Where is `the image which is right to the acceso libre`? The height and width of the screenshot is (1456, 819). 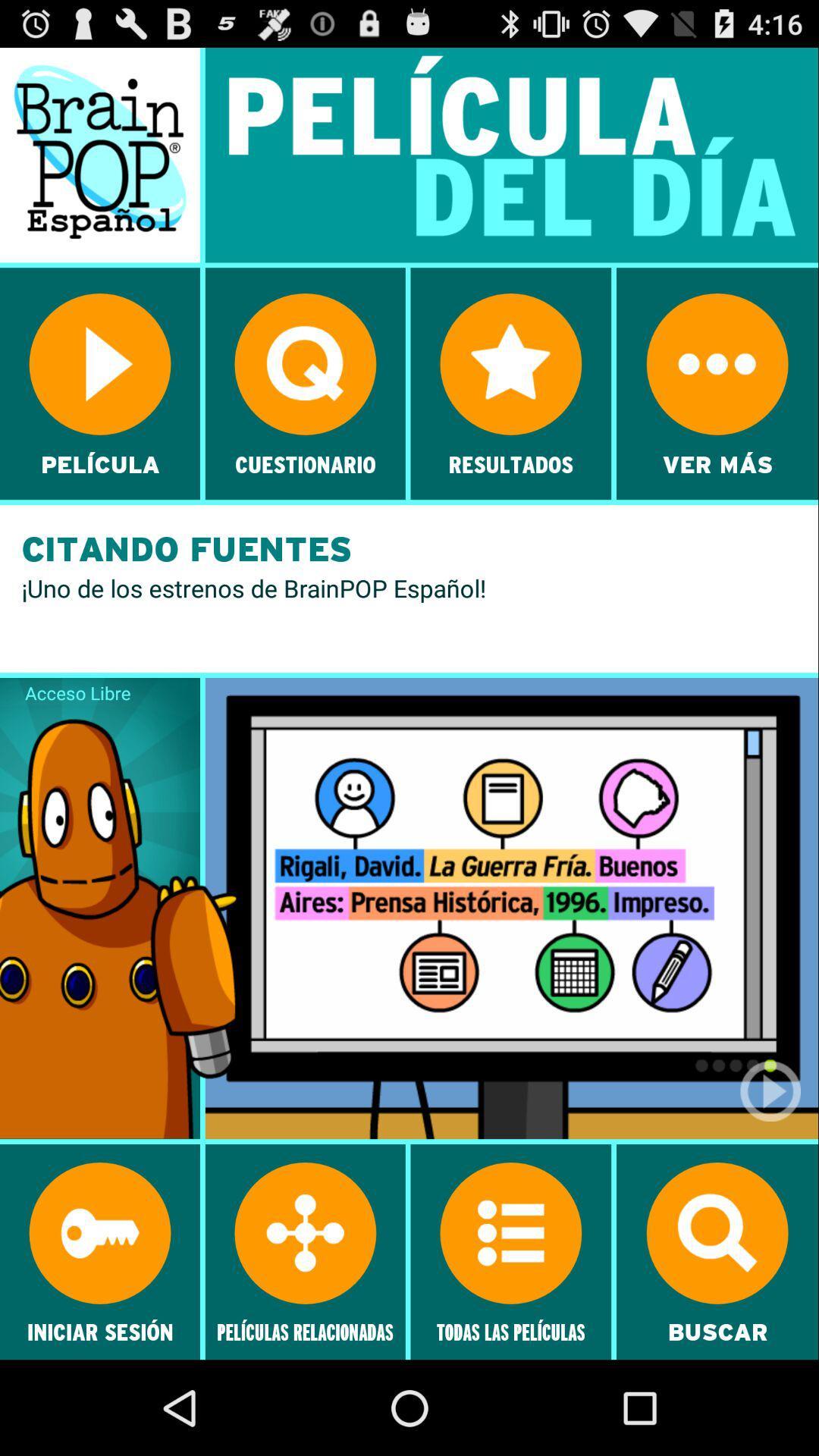
the image which is right to the acceso libre is located at coordinates (512, 908).